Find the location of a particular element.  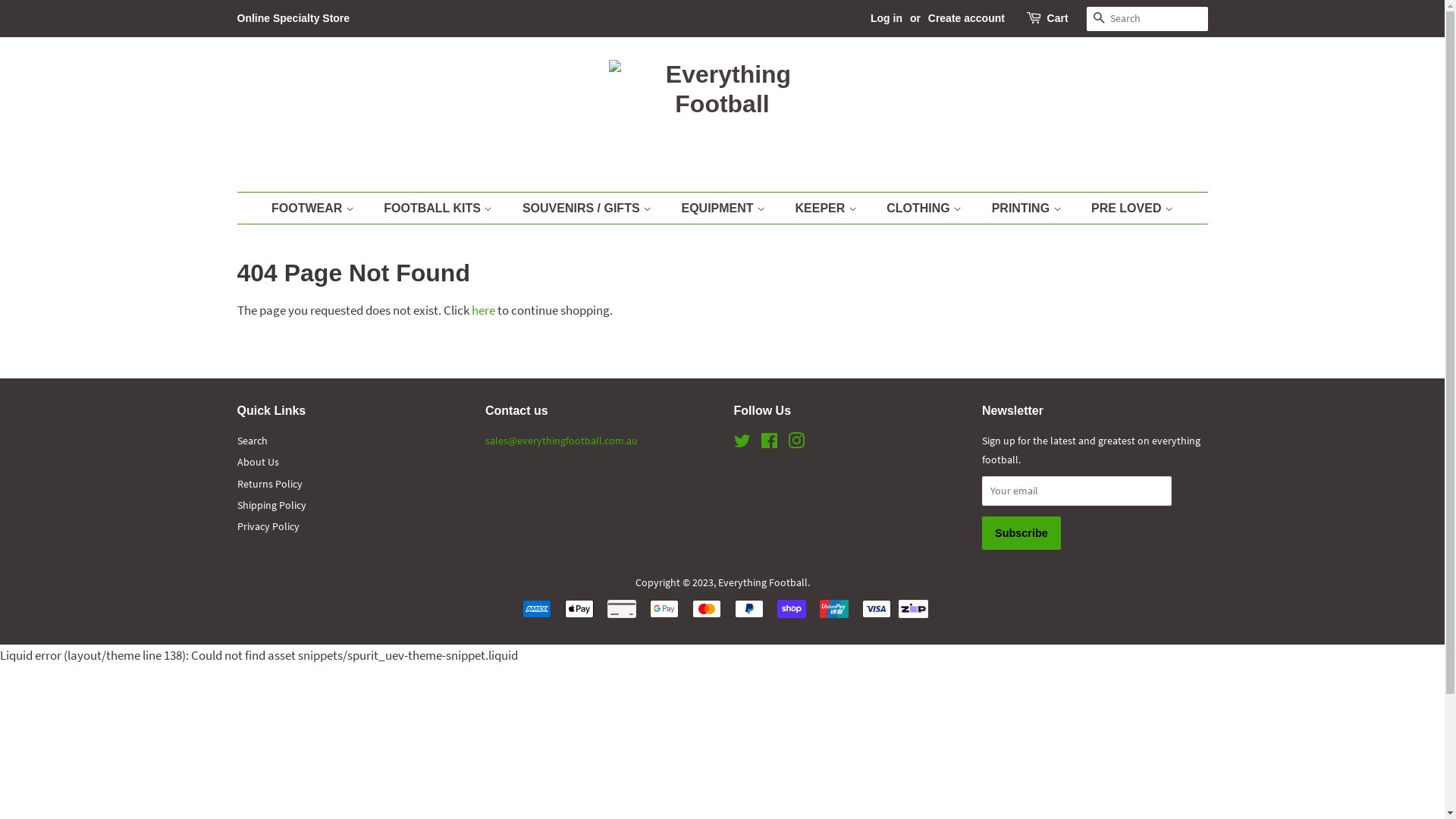

'Twitter' is located at coordinates (734, 444).